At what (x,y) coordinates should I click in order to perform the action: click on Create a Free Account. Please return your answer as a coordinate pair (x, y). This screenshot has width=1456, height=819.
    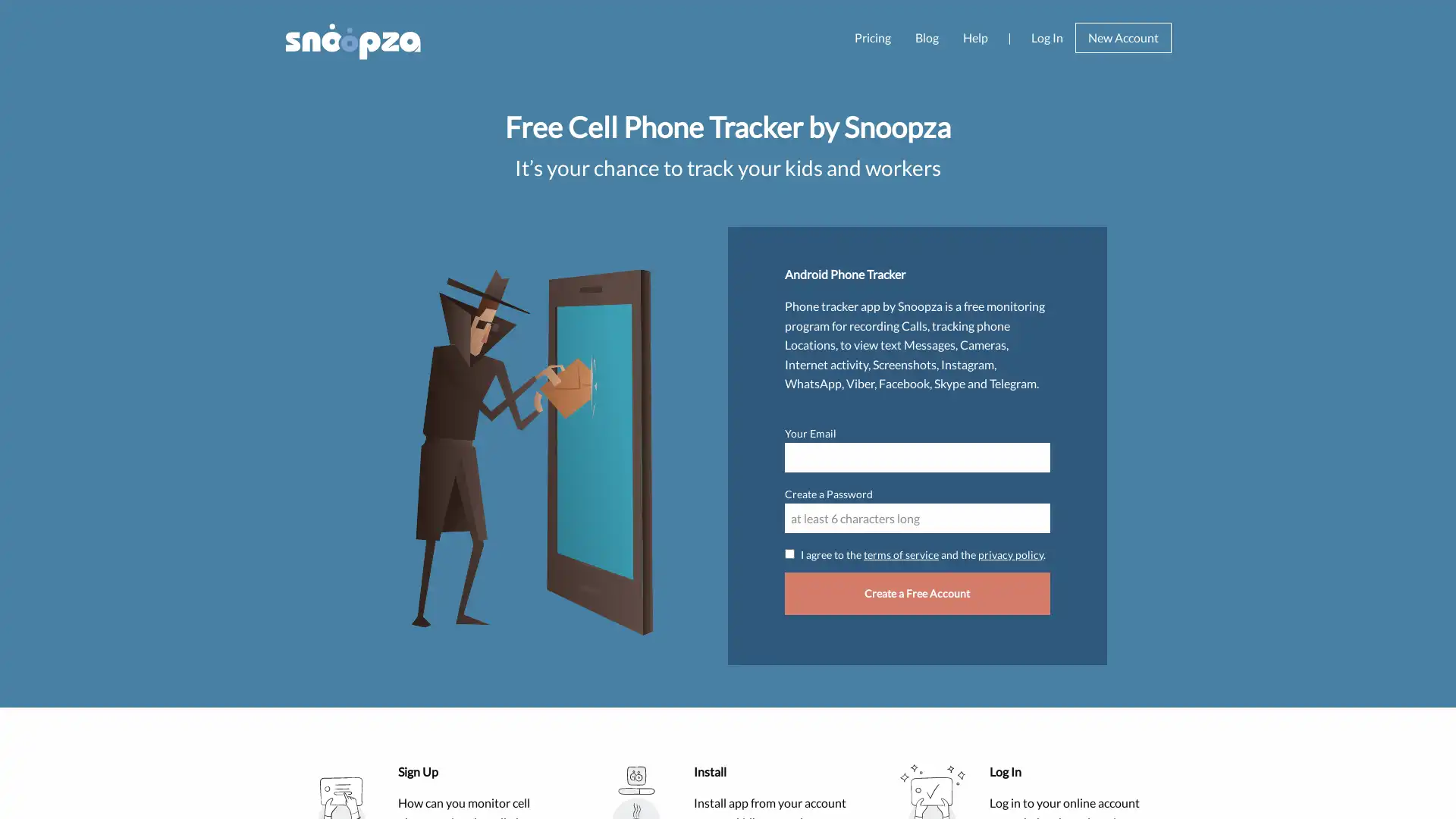
    Looking at the image, I should click on (916, 592).